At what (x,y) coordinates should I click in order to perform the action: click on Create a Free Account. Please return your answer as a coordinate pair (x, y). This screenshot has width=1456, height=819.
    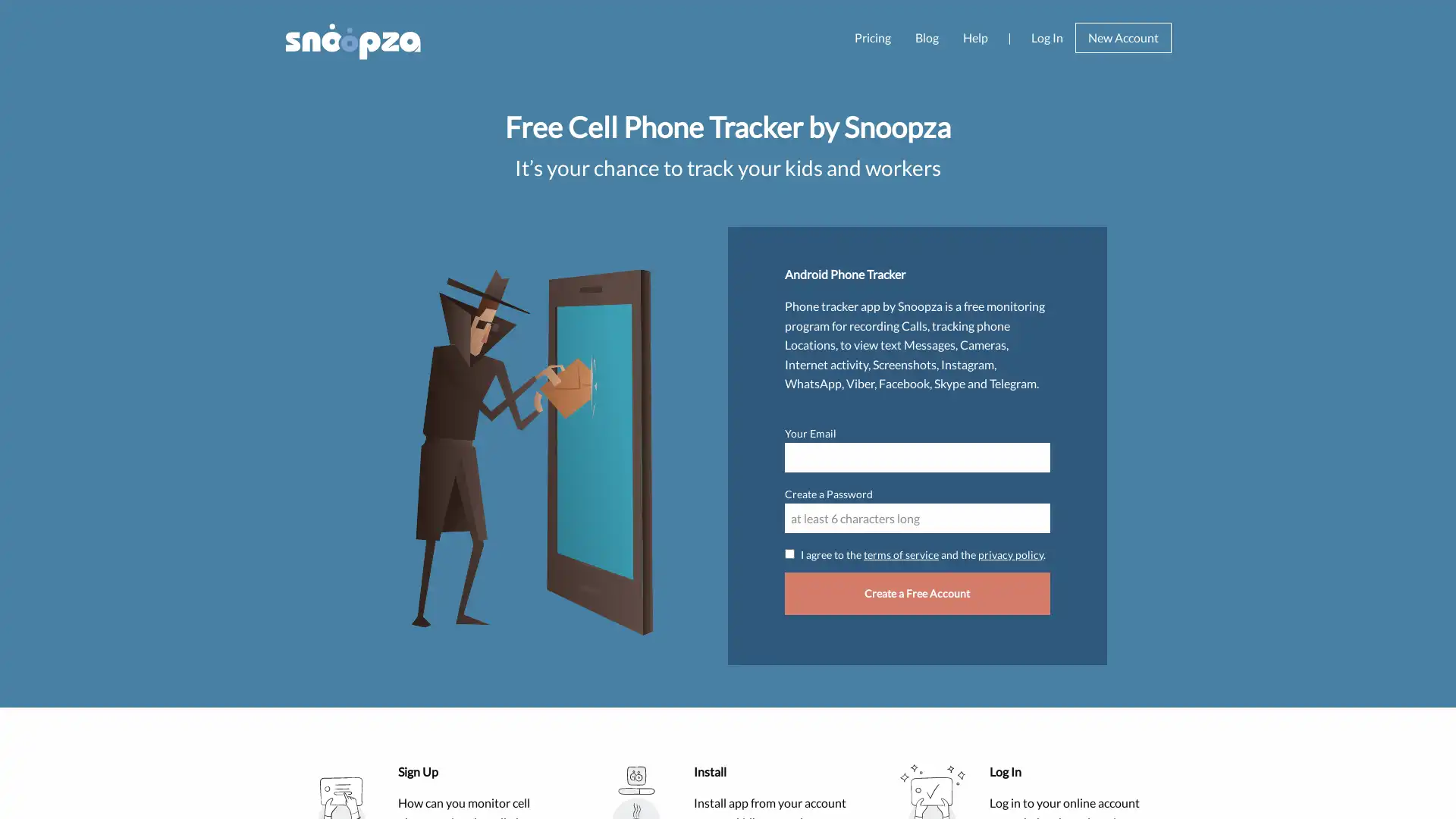
    Looking at the image, I should click on (916, 592).